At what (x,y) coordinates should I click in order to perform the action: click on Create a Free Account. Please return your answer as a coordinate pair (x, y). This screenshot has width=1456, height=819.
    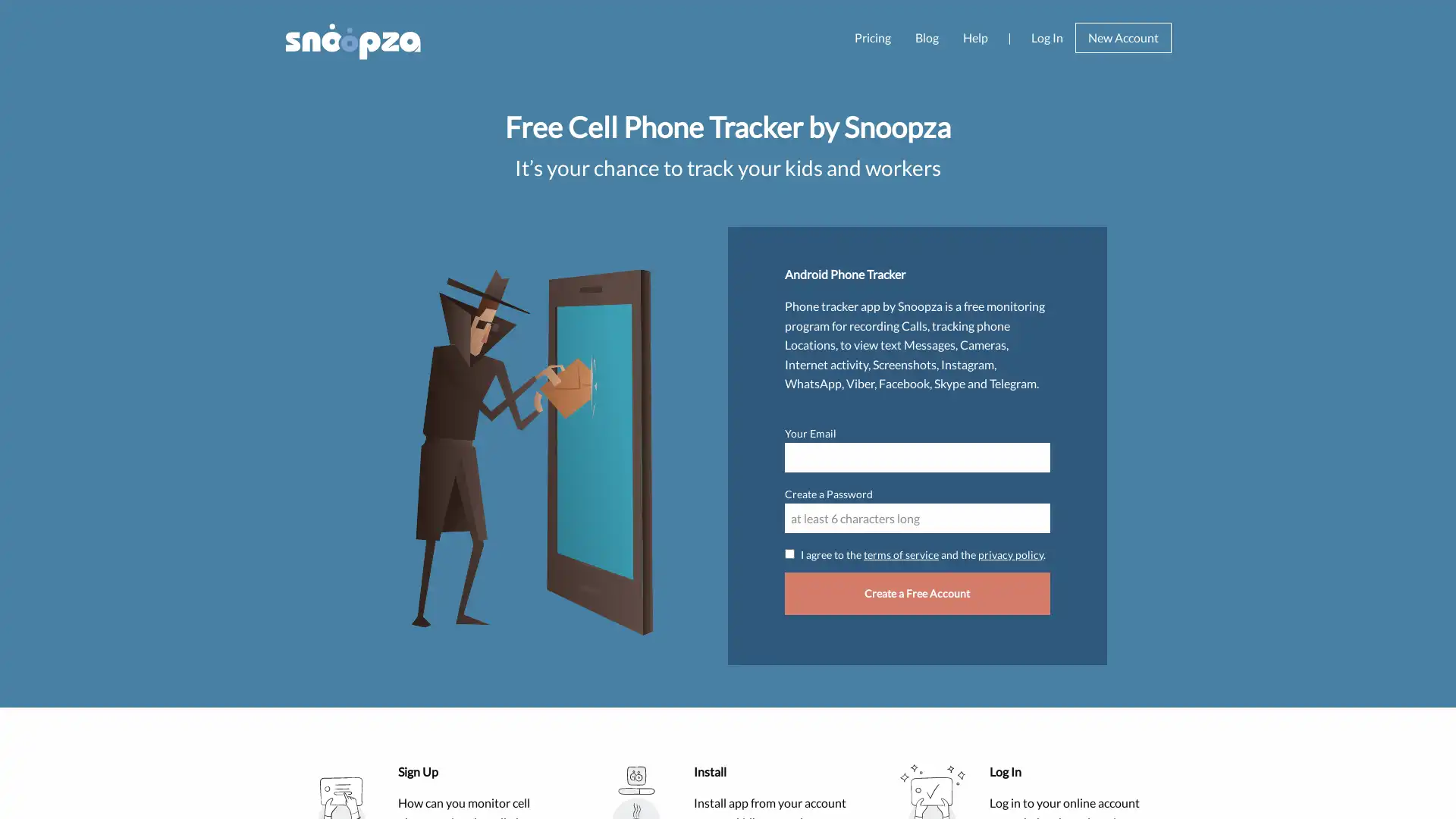
    Looking at the image, I should click on (916, 592).